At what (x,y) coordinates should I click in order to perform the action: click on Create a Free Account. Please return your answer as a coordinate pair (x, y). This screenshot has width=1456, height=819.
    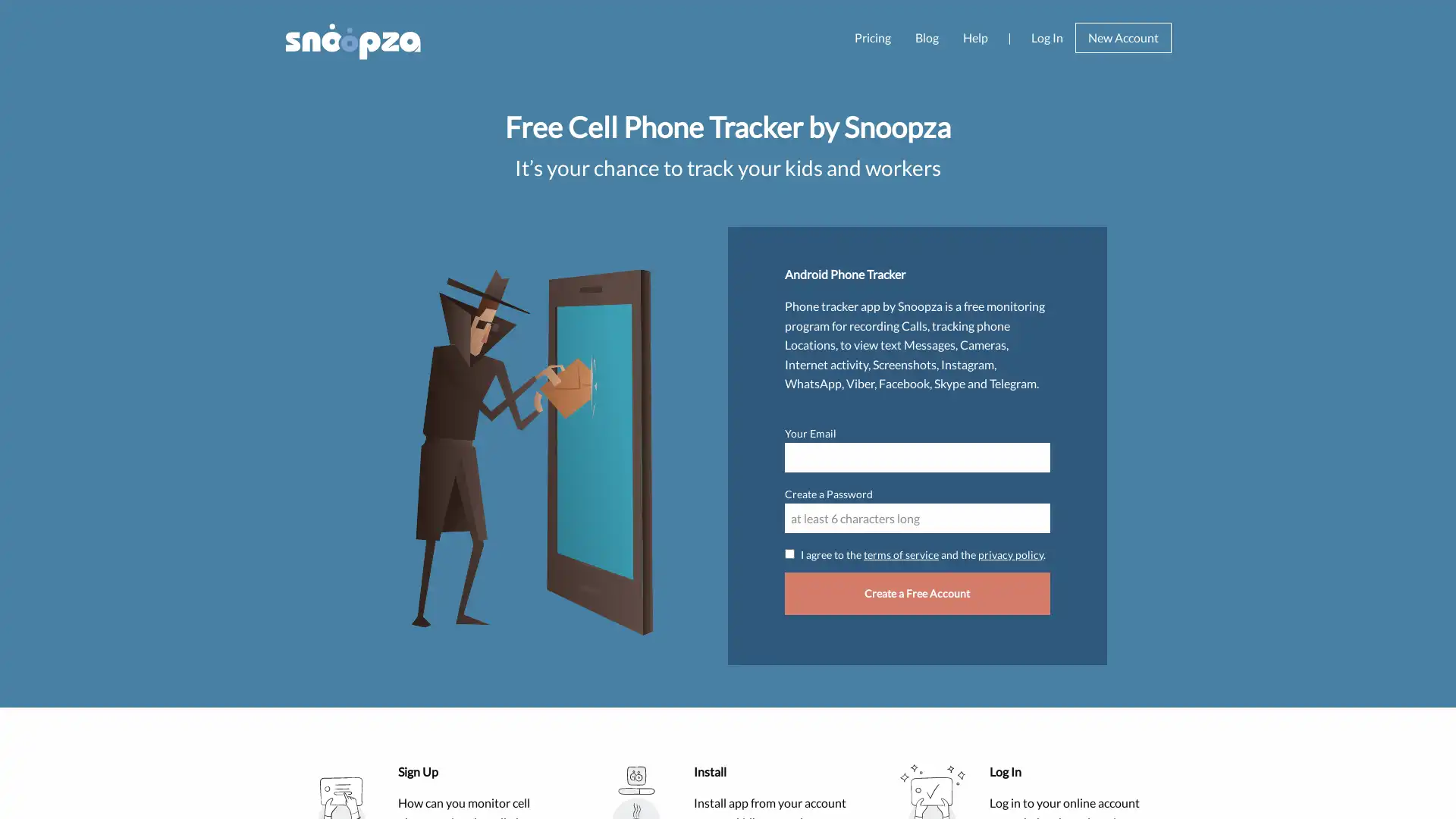
    Looking at the image, I should click on (916, 592).